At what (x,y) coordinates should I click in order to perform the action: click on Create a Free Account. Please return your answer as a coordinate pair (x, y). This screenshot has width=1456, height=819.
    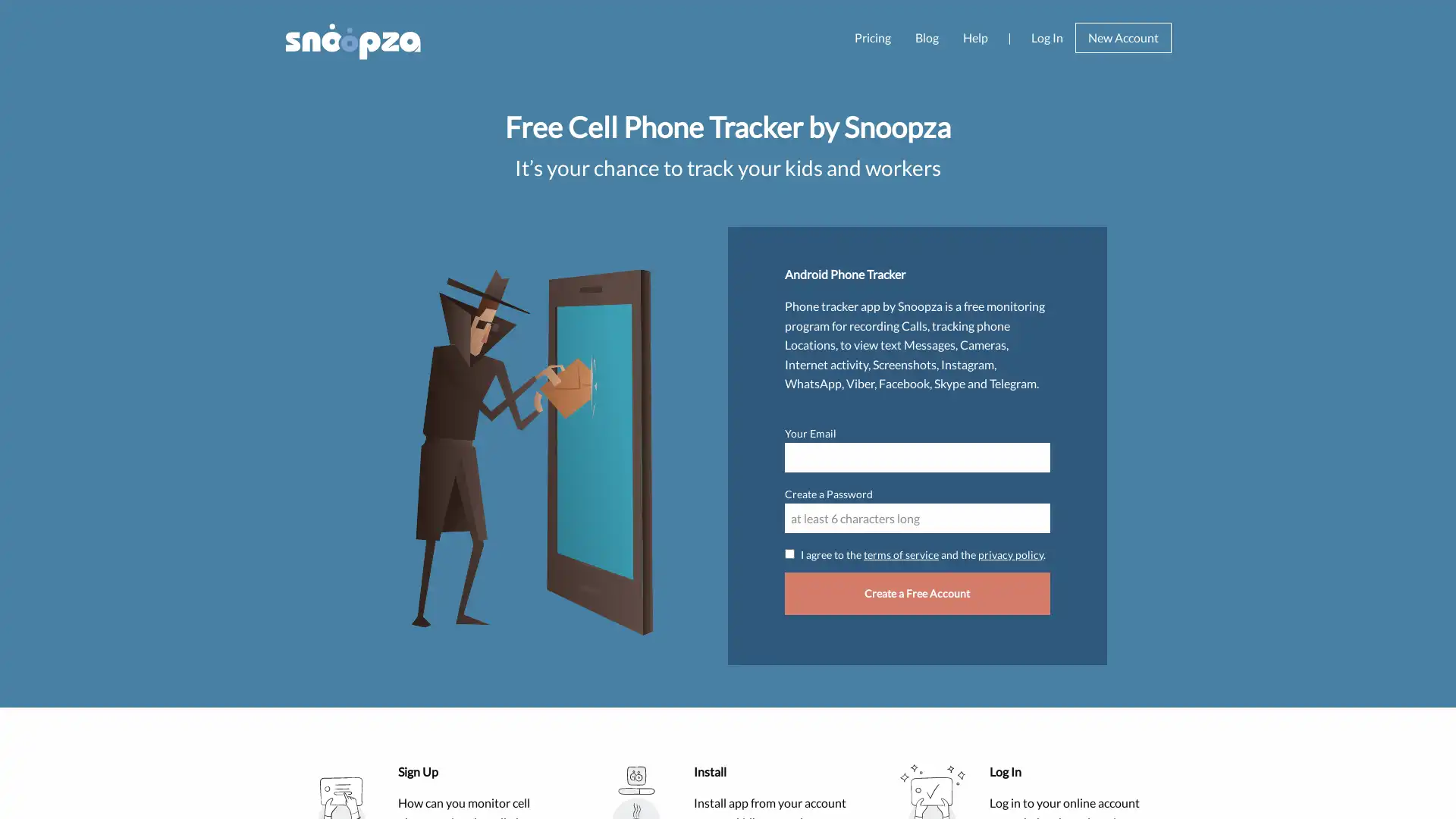
    Looking at the image, I should click on (916, 592).